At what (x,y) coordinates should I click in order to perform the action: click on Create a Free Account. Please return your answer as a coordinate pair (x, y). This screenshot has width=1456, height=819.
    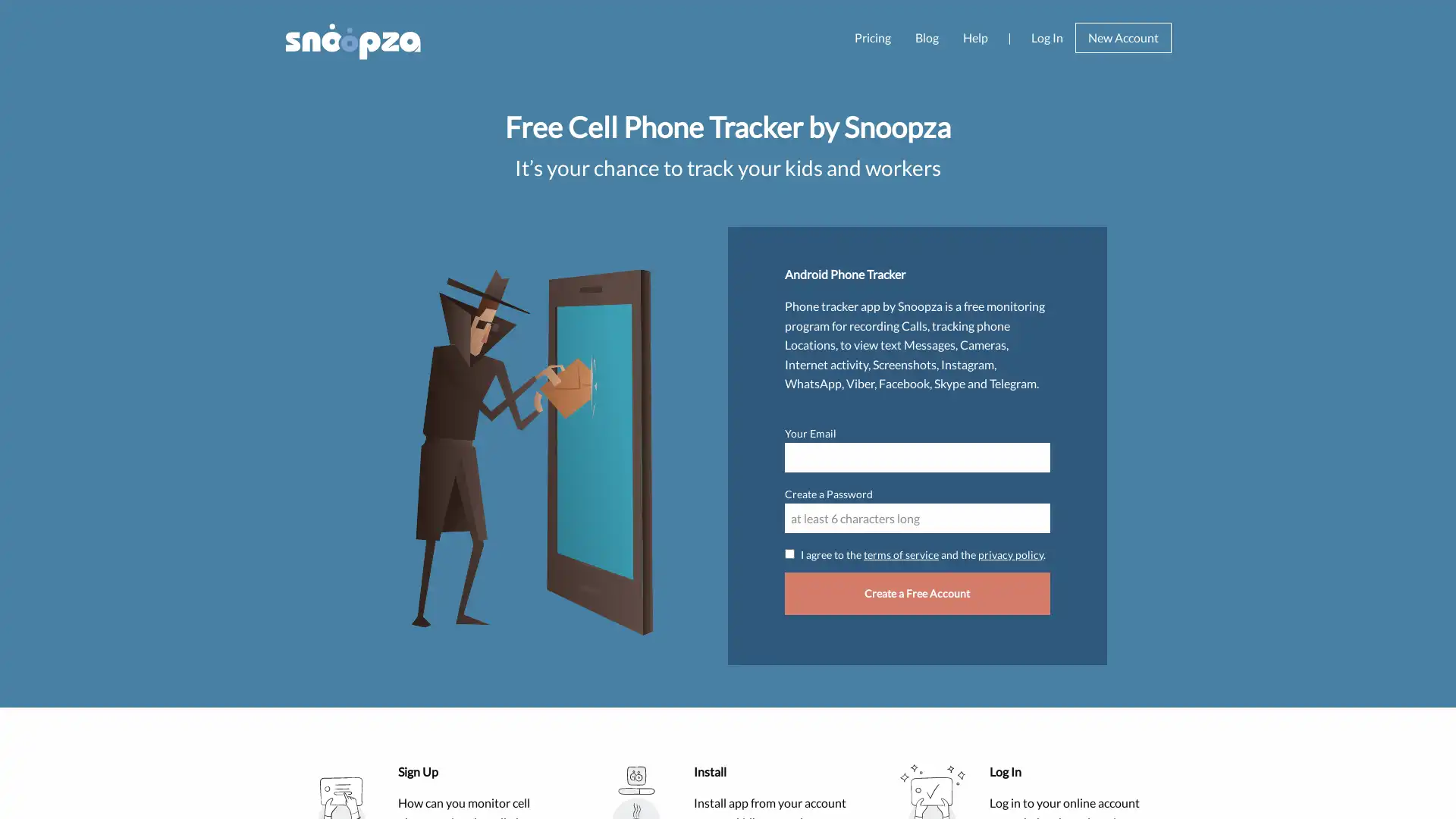
    Looking at the image, I should click on (916, 592).